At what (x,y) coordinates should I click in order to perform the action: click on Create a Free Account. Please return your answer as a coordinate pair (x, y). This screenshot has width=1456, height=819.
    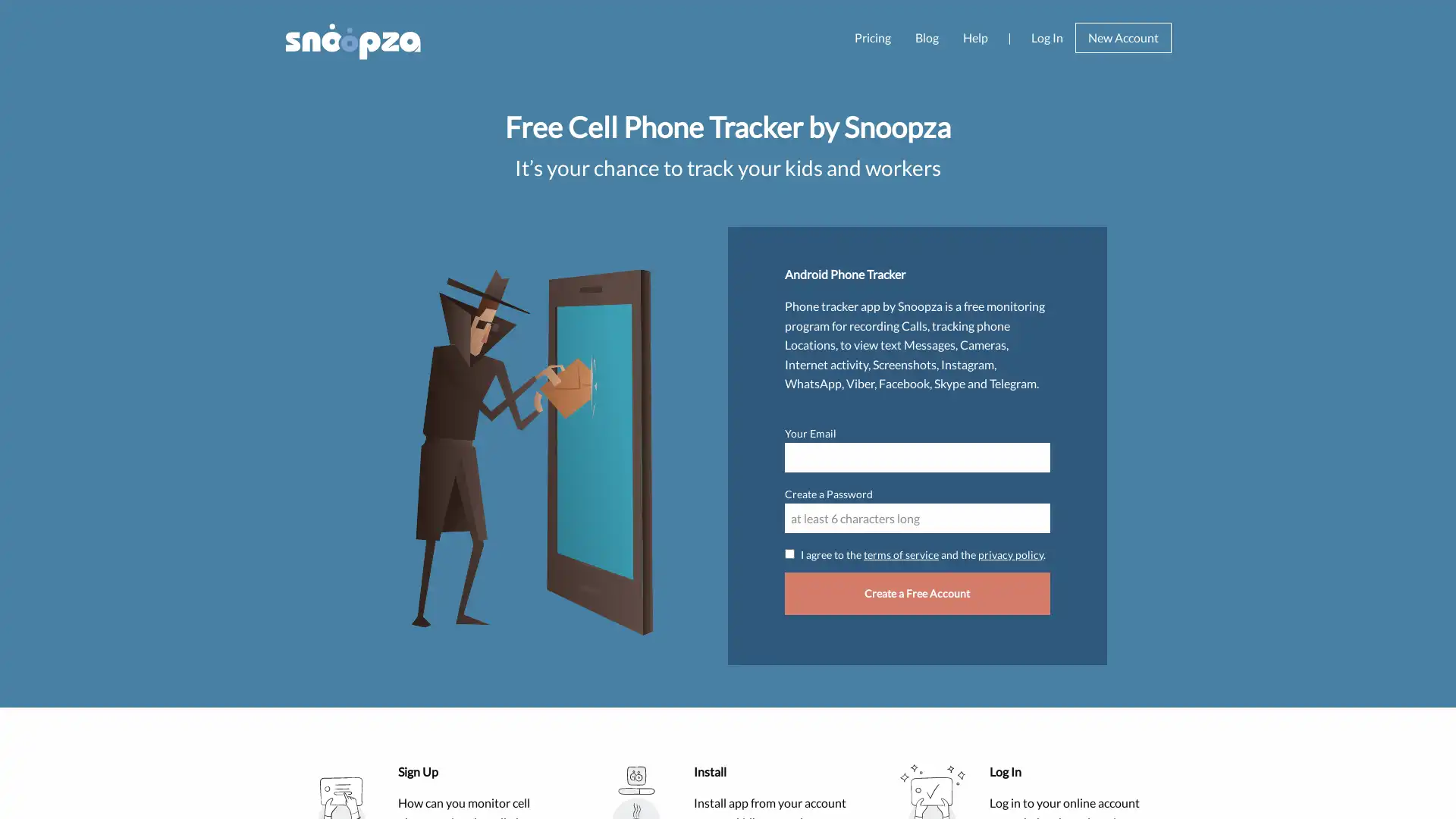
    Looking at the image, I should click on (916, 592).